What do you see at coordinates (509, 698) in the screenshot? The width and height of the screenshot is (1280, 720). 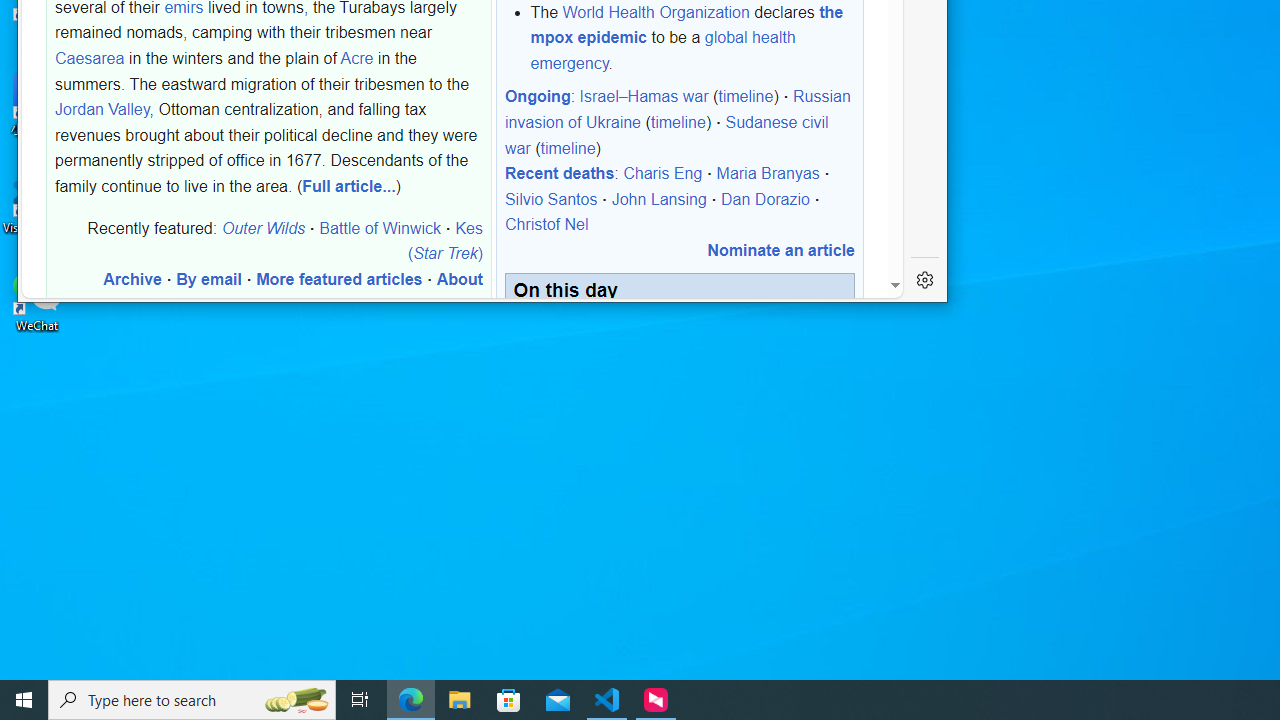 I see `'Microsoft Store'` at bounding box center [509, 698].